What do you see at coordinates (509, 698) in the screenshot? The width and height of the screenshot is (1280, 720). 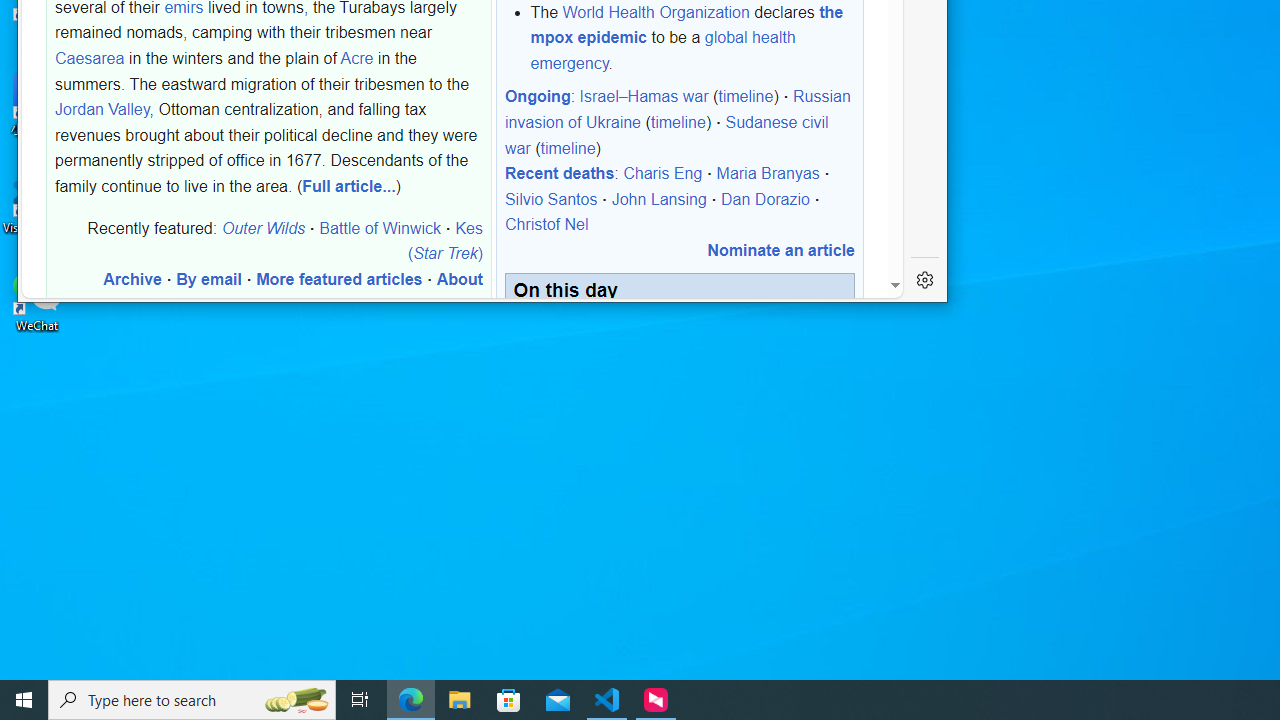 I see `'Microsoft Store'` at bounding box center [509, 698].